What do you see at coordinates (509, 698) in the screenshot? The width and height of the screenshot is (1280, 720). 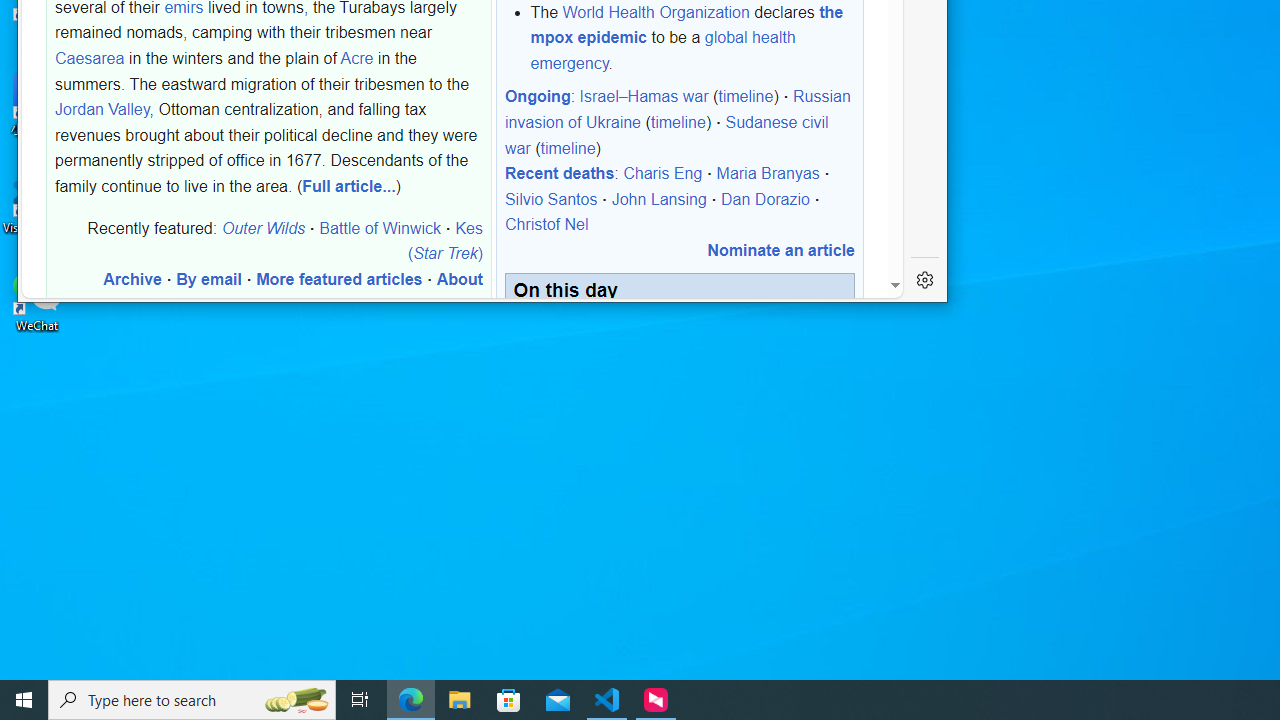 I see `'Microsoft Store'` at bounding box center [509, 698].